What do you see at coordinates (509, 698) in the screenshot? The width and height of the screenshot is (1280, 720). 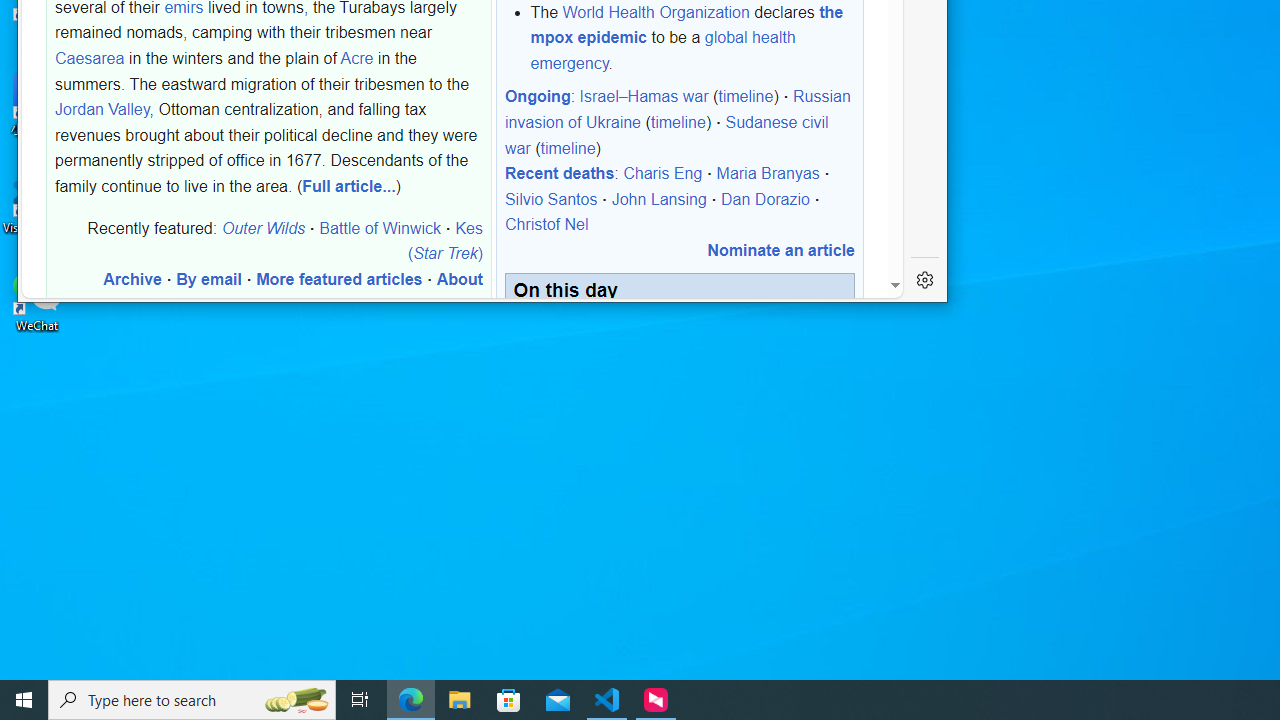 I see `'Microsoft Store'` at bounding box center [509, 698].